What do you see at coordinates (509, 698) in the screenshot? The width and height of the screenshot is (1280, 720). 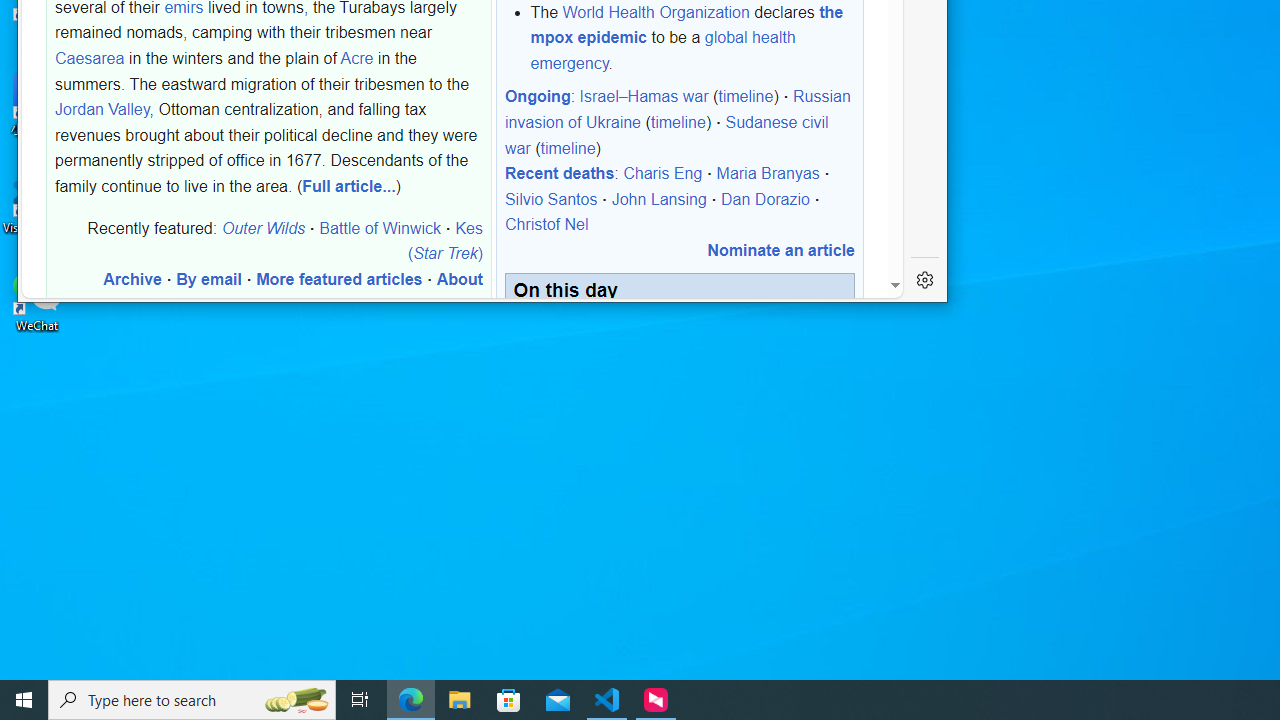 I see `'Microsoft Store'` at bounding box center [509, 698].